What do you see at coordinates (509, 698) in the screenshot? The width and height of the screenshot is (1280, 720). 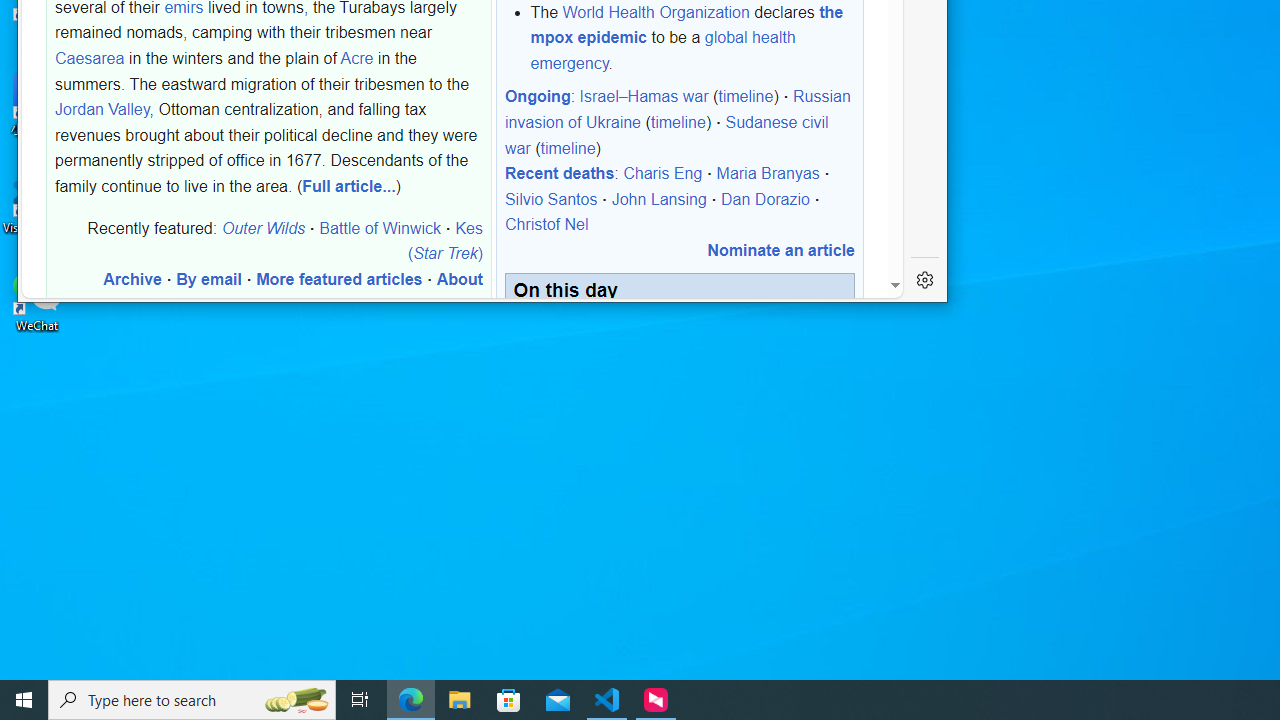 I see `'Microsoft Store'` at bounding box center [509, 698].